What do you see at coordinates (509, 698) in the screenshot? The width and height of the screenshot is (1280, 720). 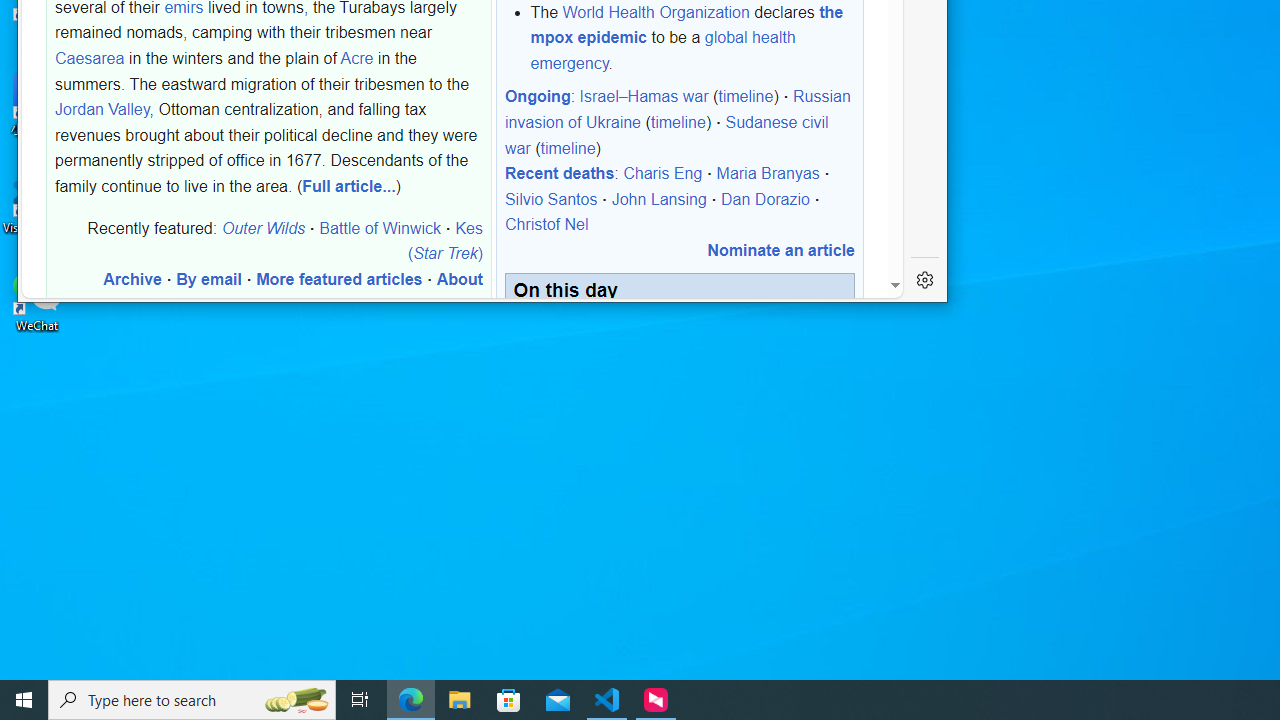 I see `'Microsoft Store'` at bounding box center [509, 698].